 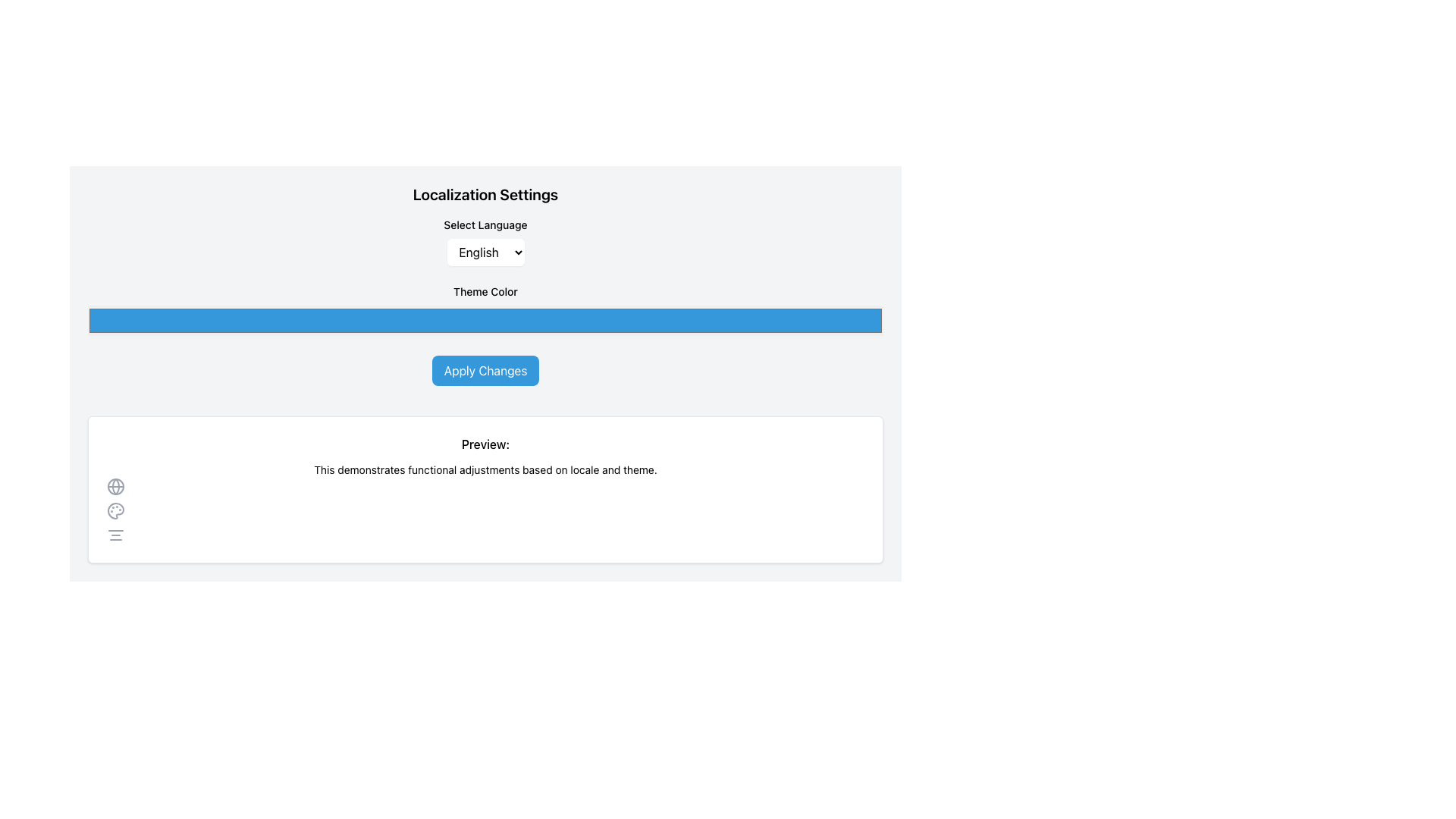 I want to click on the dropdown menu displaying 'English' in the 'Localization Settings' section, so click(x=485, y=251).